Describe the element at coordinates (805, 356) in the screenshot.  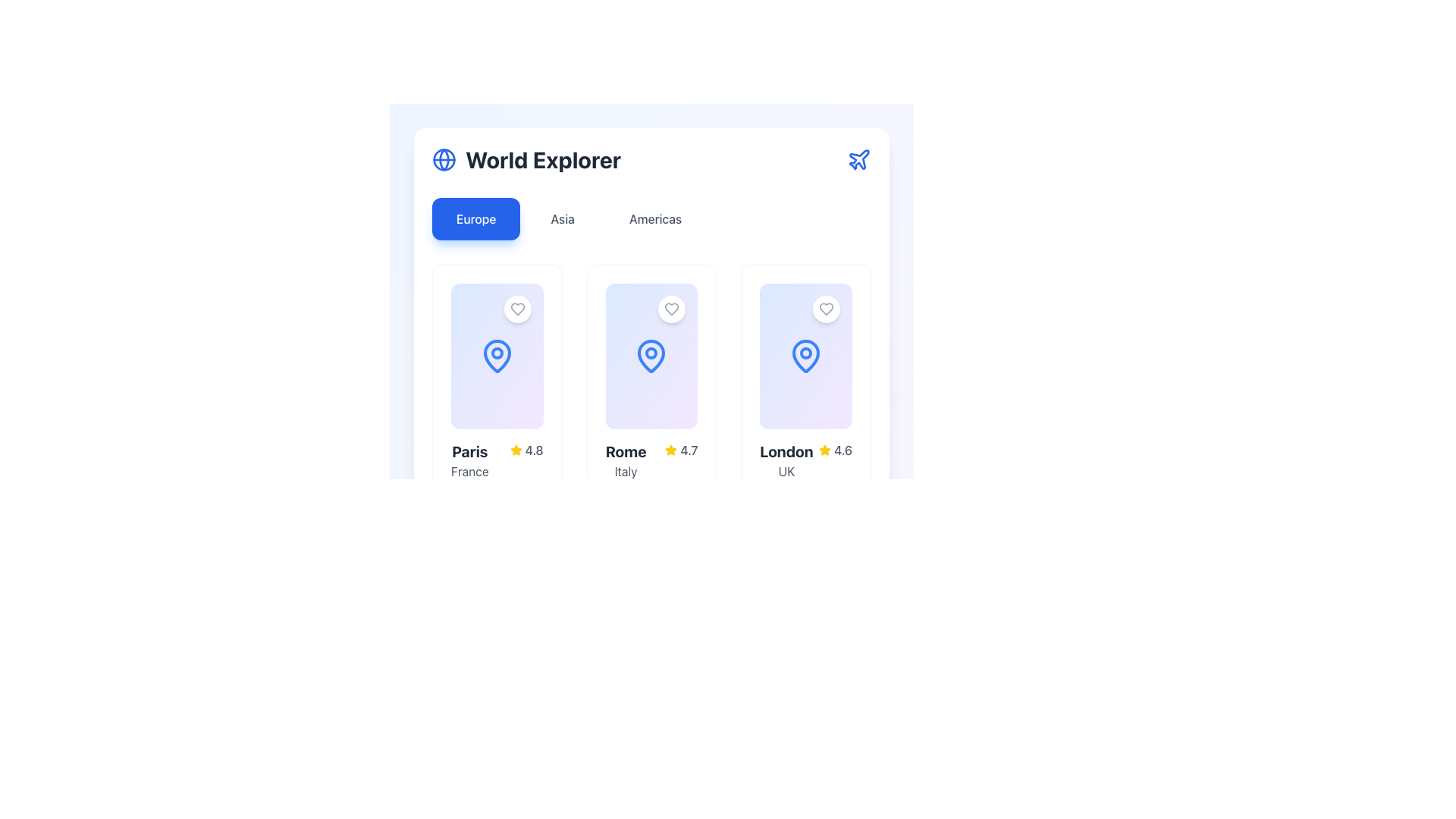
I see `the map pin icon representing 'London, UK' in the Europe section of the application` at that location.